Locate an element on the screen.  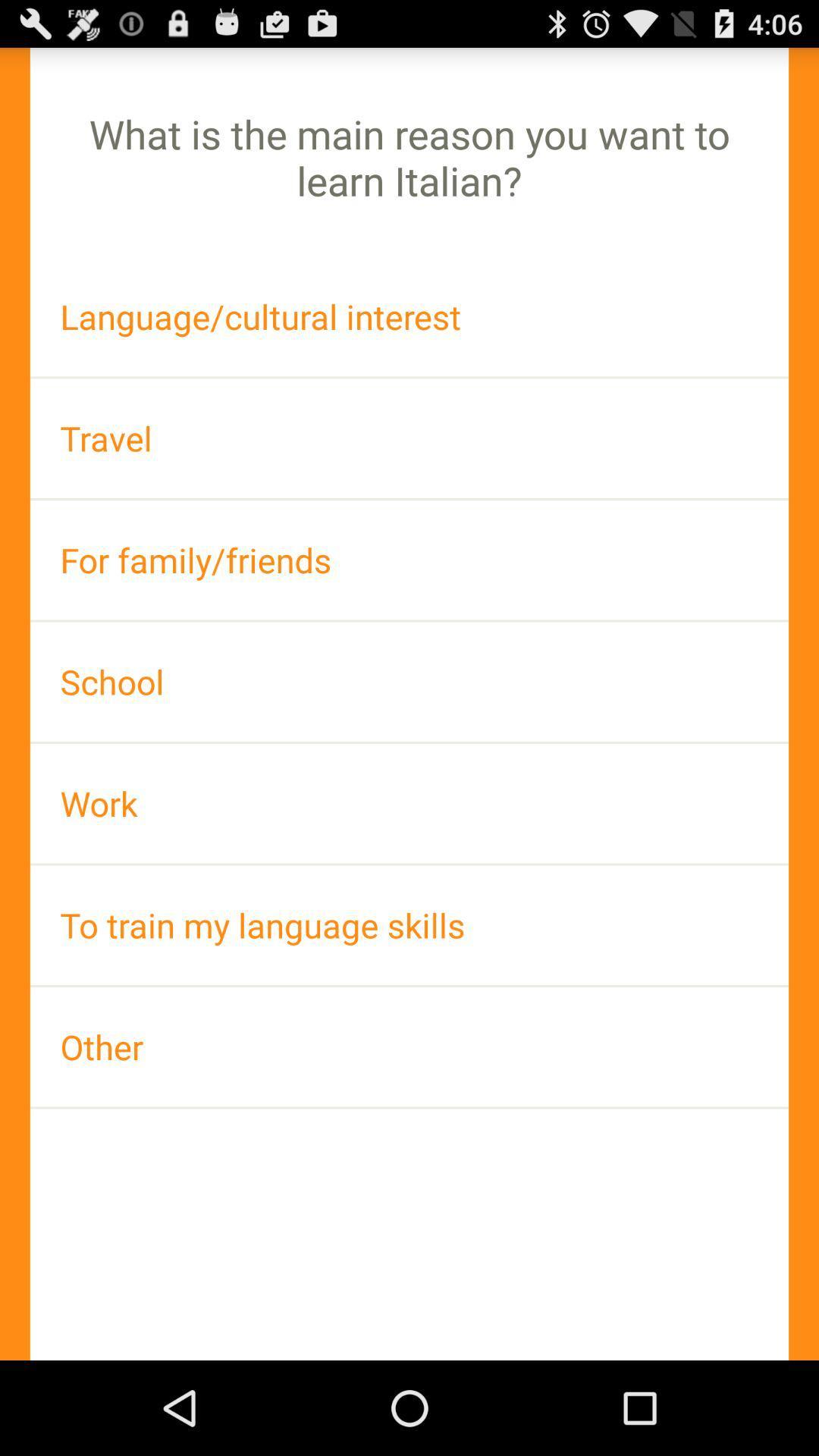
the item below for family/friends item is located at coordinates (409, 681).